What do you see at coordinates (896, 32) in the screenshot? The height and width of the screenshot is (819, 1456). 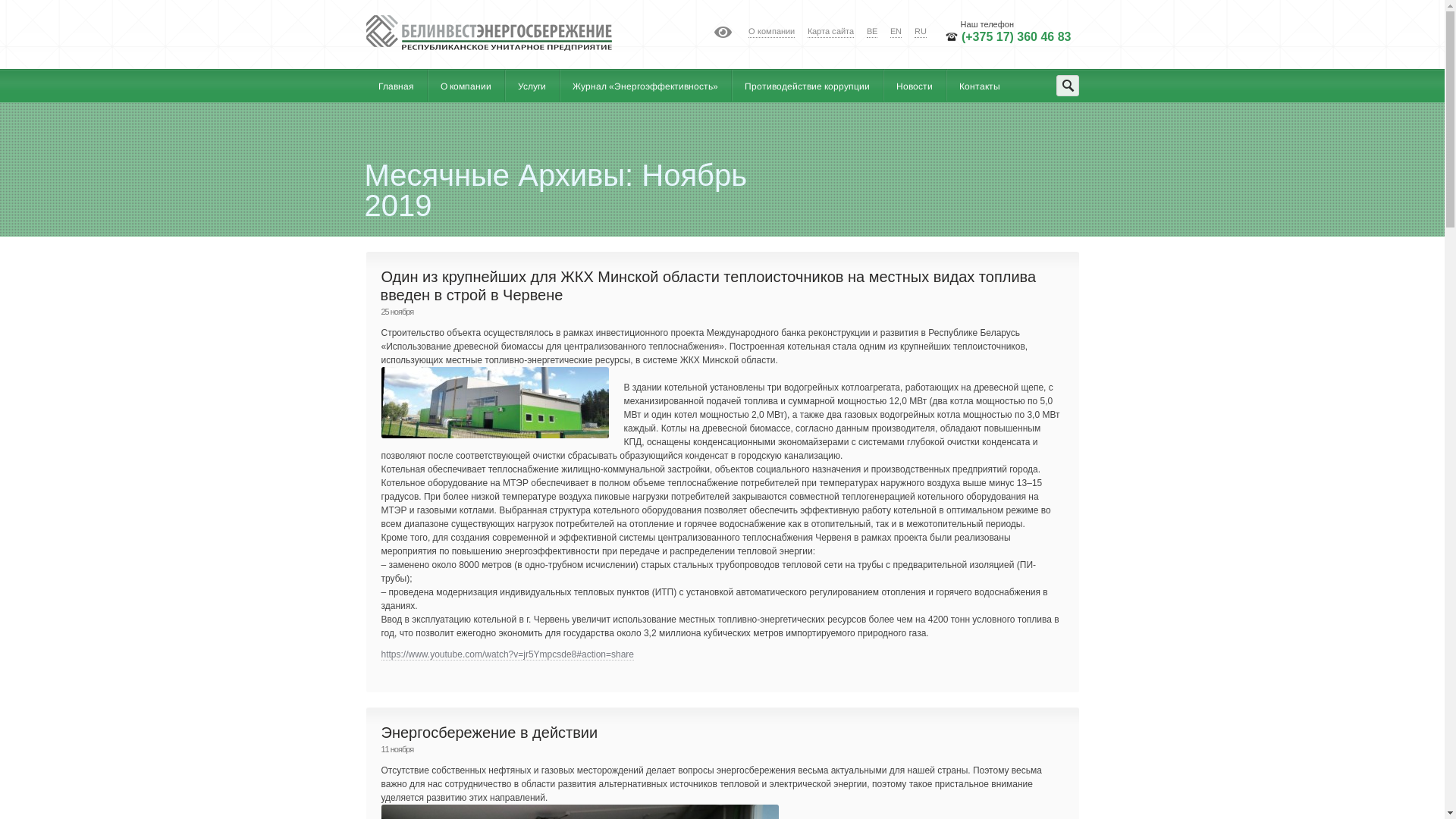 I see `'EN'` at bounding box center [896, 32].